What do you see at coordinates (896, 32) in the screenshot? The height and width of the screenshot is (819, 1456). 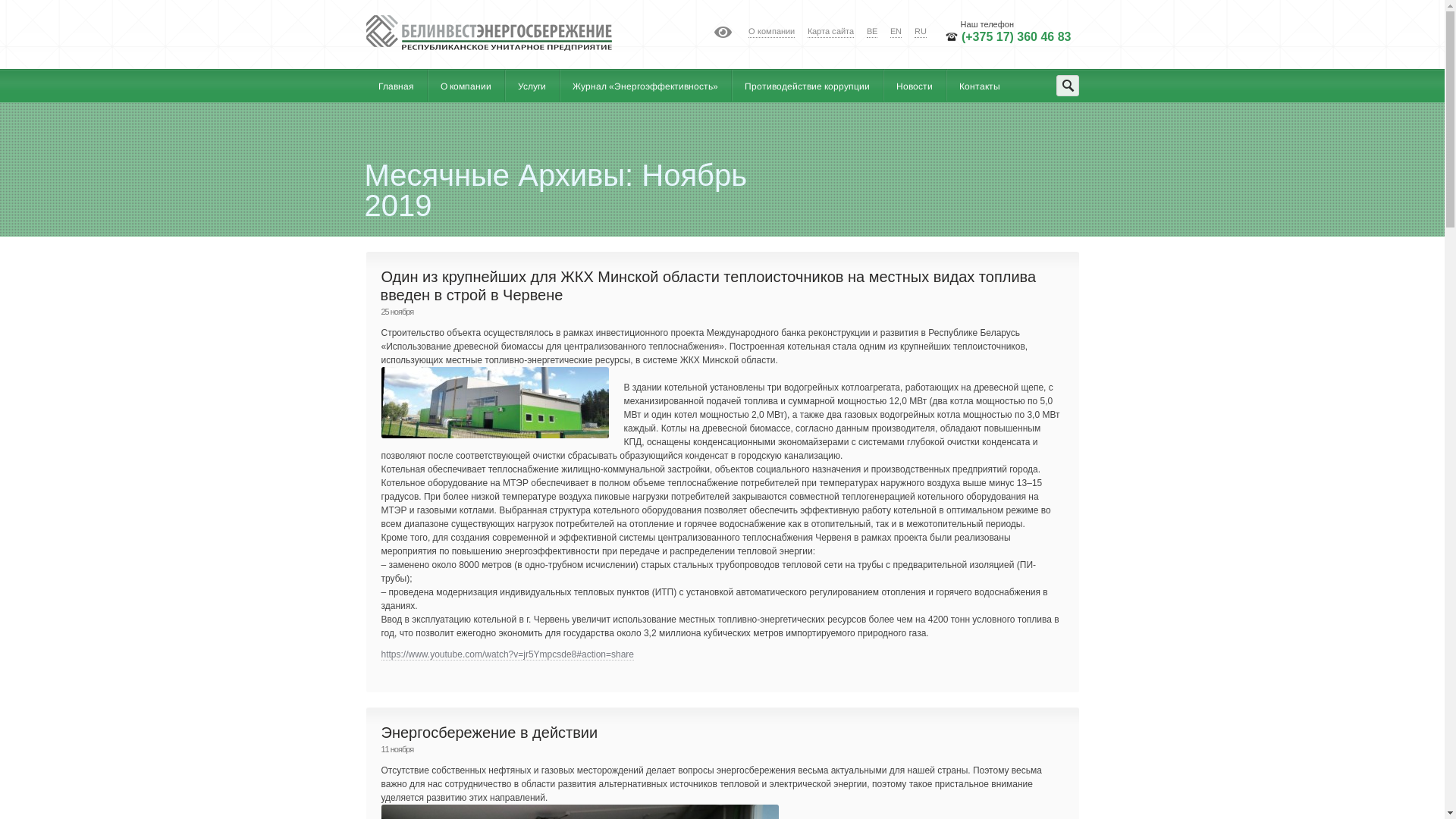 I see `'EN'` at bounding box center [896, 32].